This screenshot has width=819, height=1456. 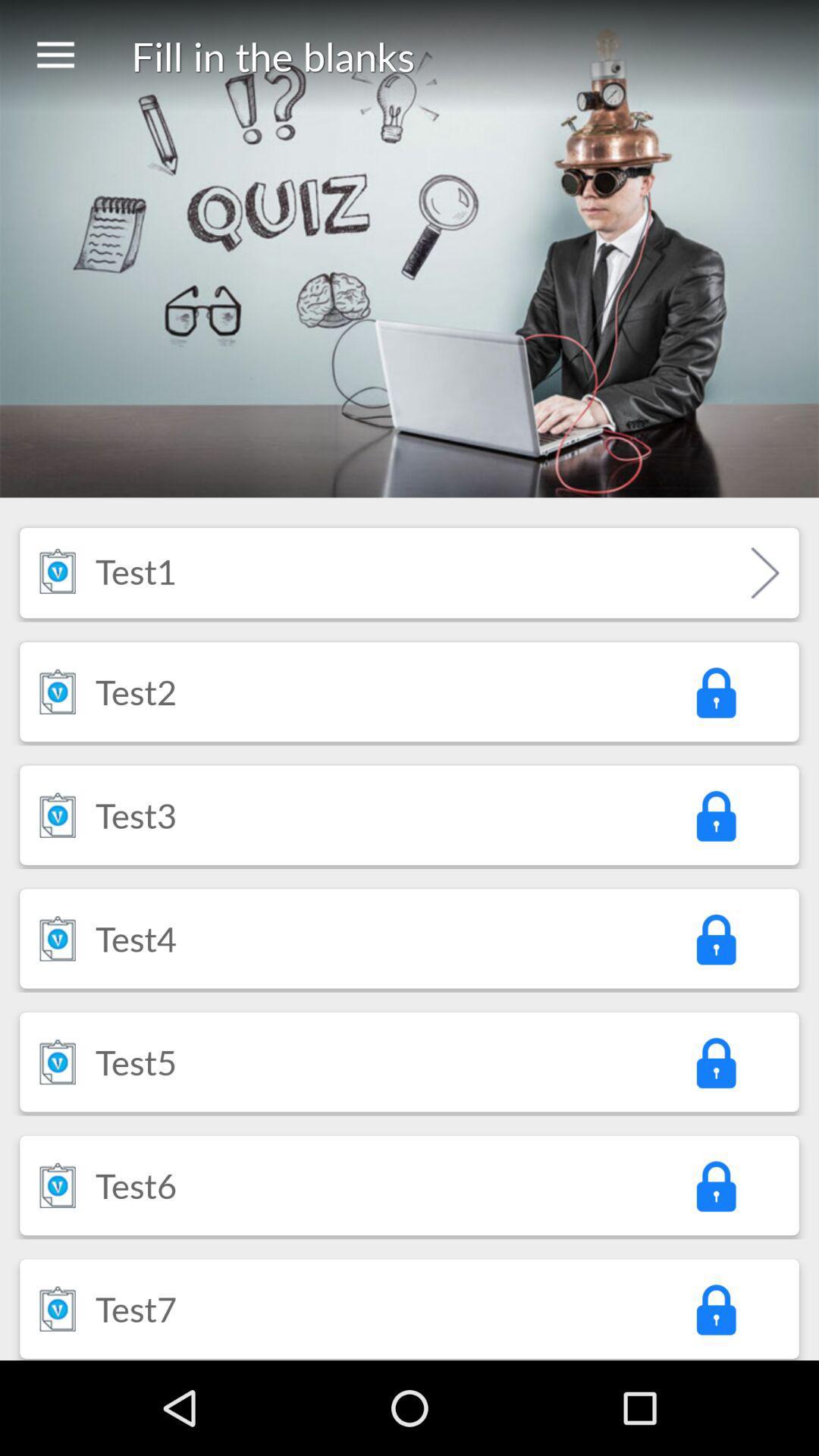 What do you see at coordinates (55, 55) in the screenshot?
I see `icon to the left of fill in the icon` at bounding box center [55, 55].